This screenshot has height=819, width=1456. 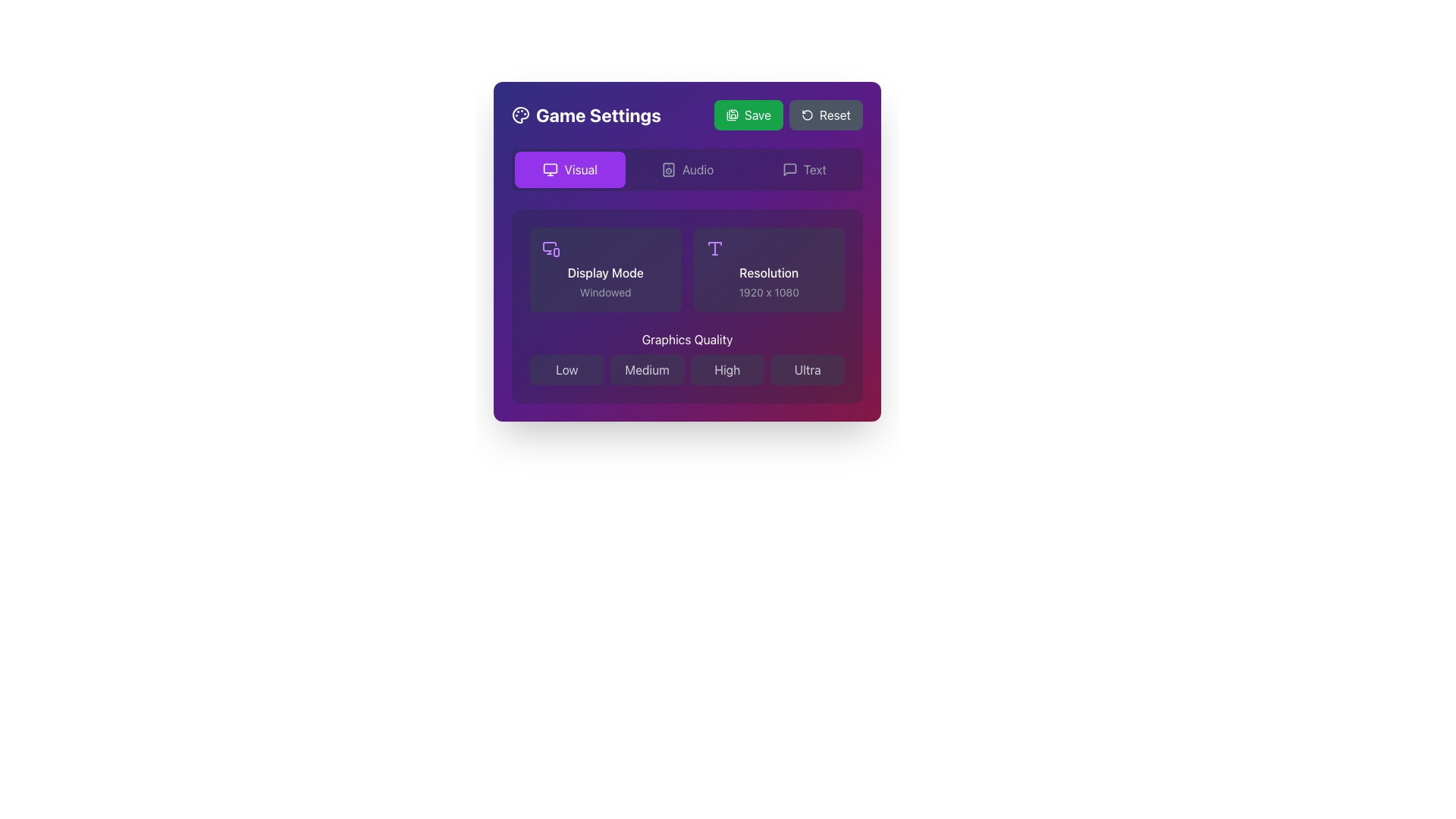 I want to click on the rectangle representing the monitor within the 'Visual' tab icon to interact with the tab, so click(x=550, y=168).